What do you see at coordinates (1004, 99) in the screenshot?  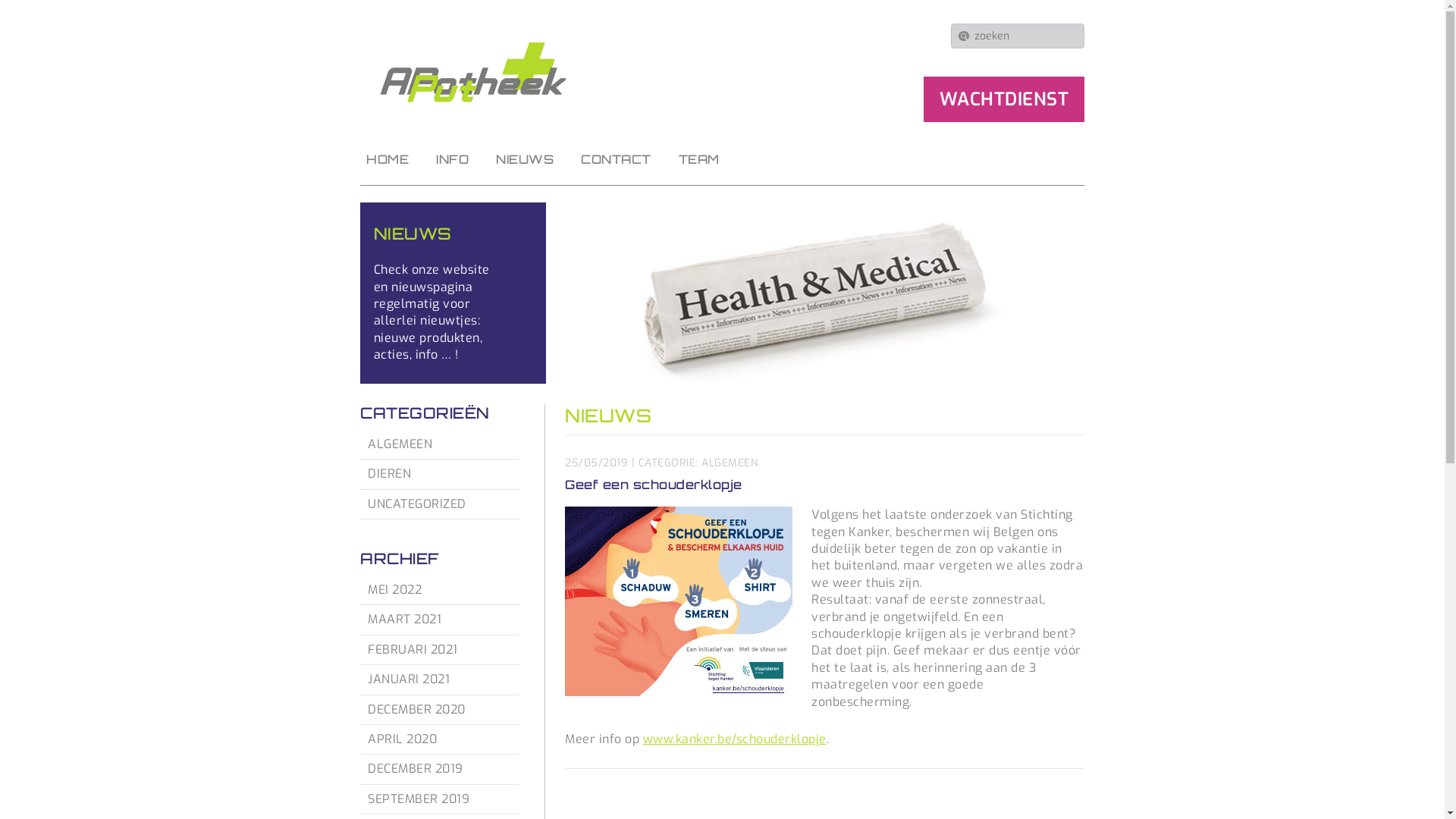 I see `'WACHTDIENST'` at bounding box center [1004, 99].